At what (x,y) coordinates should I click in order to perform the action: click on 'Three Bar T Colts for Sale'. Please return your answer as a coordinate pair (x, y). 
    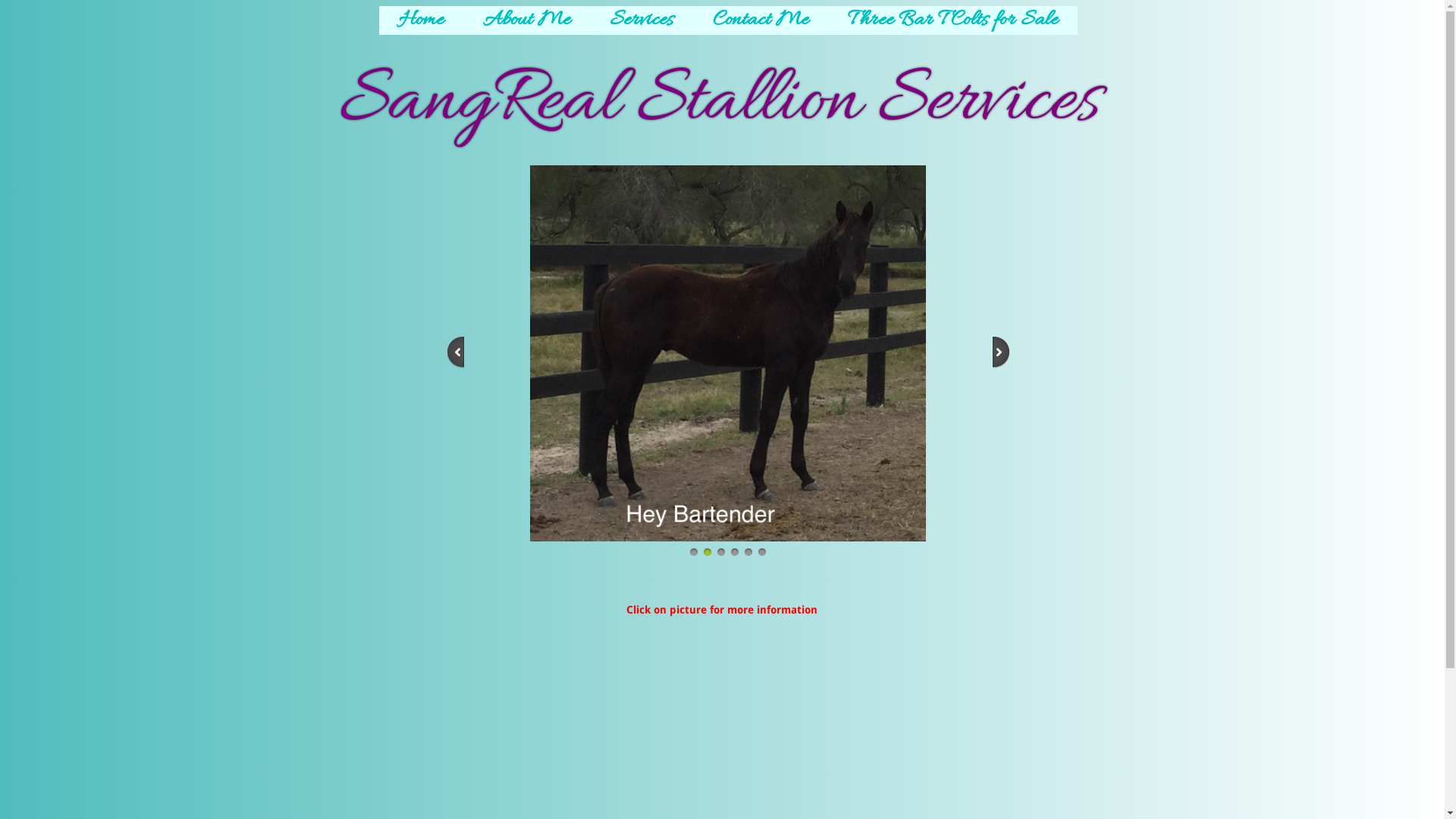
    Looking at the image, I should click on (952, 20).